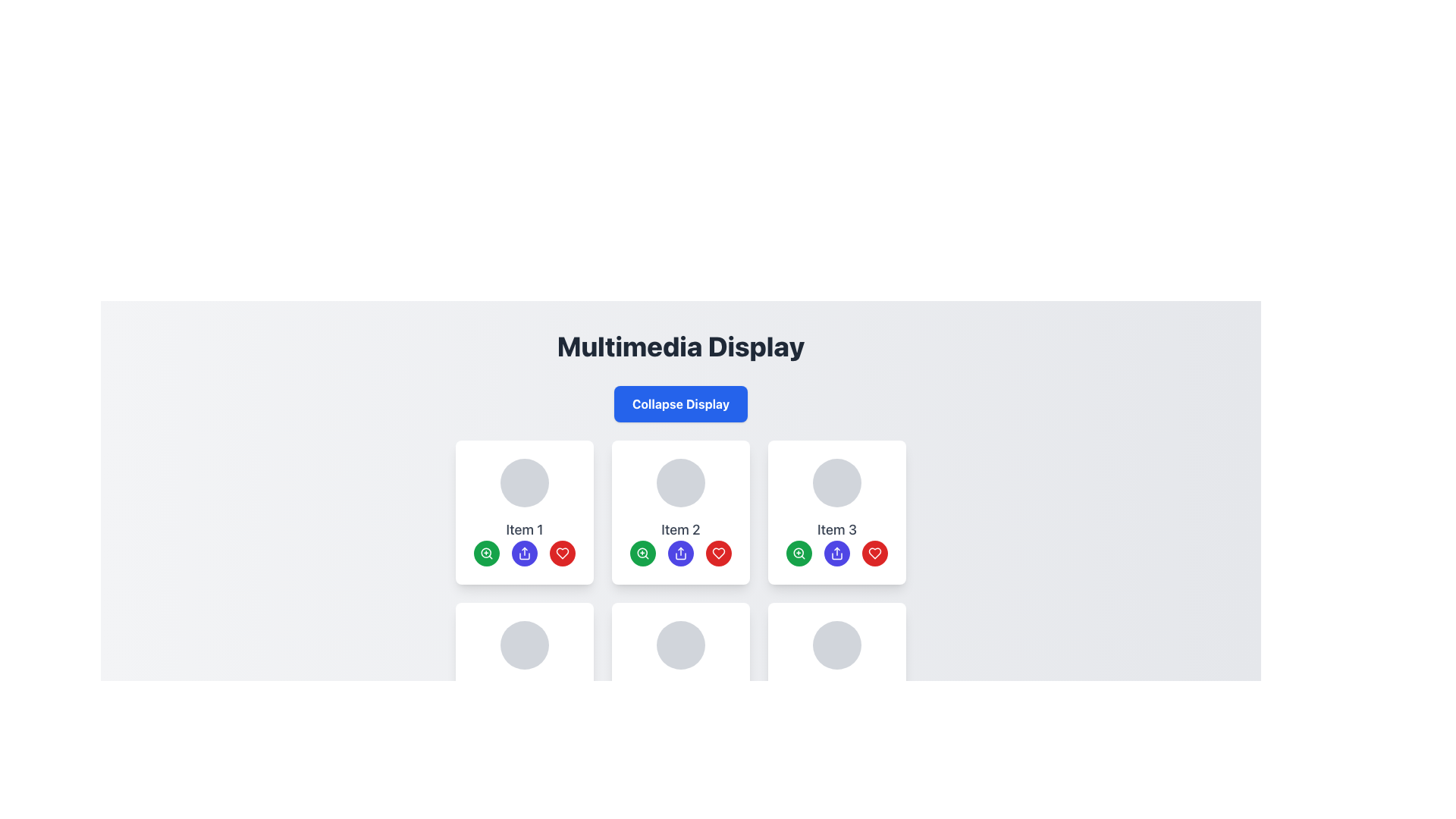 This screenshot has height=819, width=1456. Describe the element at coordinates (798, 553) in the screenshot. I see `the first green circular action button below the card labeled 'Item 3'` at that location.